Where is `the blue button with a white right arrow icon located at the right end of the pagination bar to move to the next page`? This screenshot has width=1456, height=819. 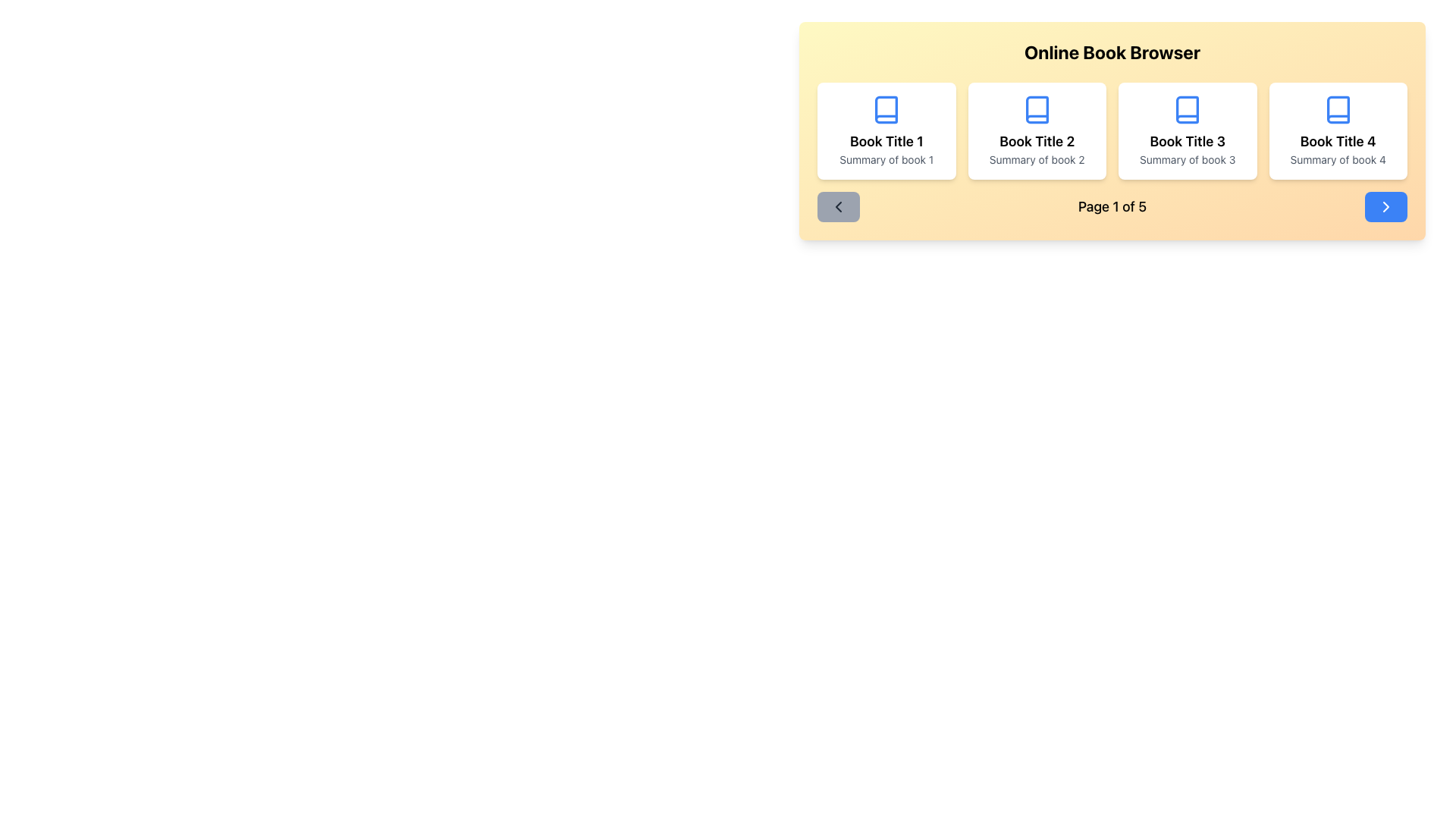
the blue button with a white right arrow icon located at the right end of the pagination bar to move to the next page is located at coordinates (1386, 207).